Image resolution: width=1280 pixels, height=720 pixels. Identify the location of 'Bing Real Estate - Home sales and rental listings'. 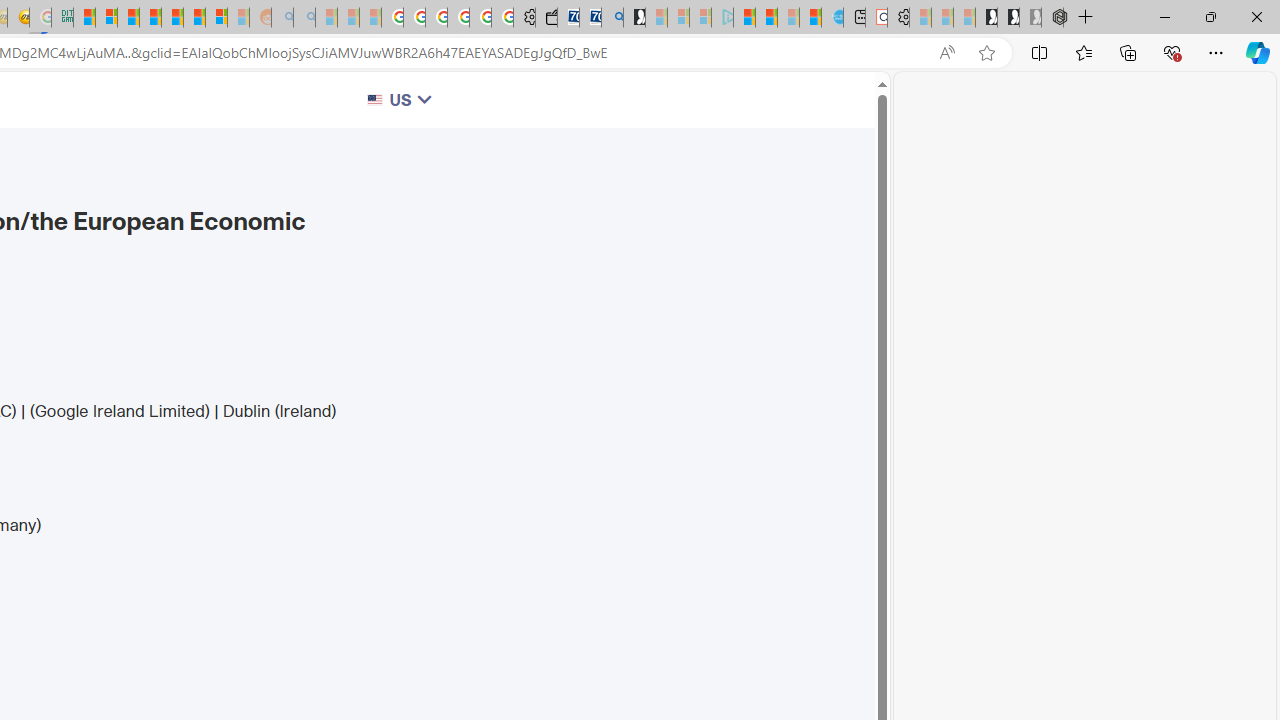
(611, 17).